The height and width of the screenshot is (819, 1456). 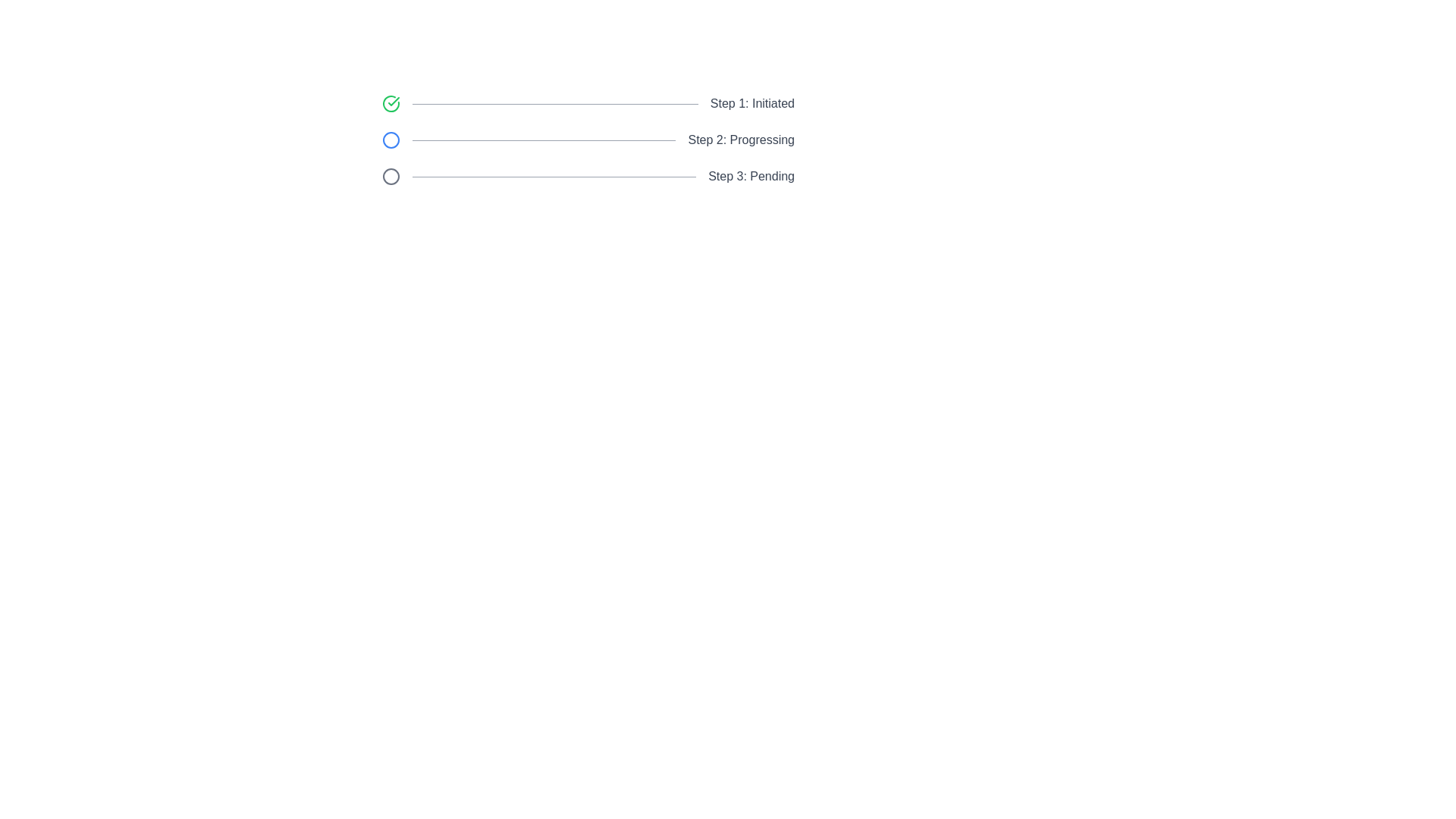 What do you see at coordinates (554, 175) in the screenshot?
I see `the Separator or Line Component that visually separates the circular icon on the left and the 'Step 3: Pending' label on the right, located within the bottom third of the list of steps` at bounding box center [554, 175].